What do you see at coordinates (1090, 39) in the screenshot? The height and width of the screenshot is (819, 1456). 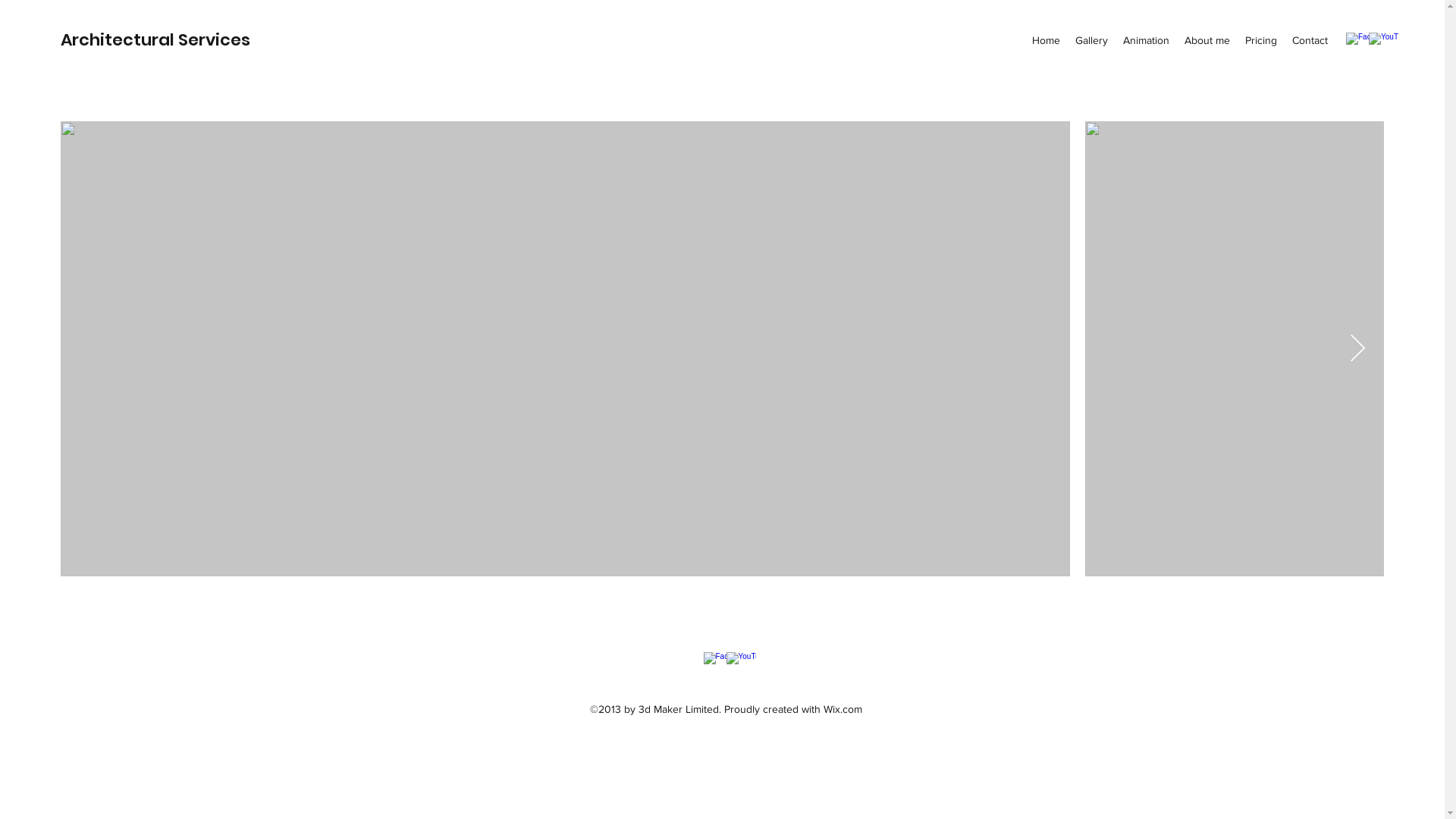 I see `'Gallery'` at bounding box center [1090, 39].